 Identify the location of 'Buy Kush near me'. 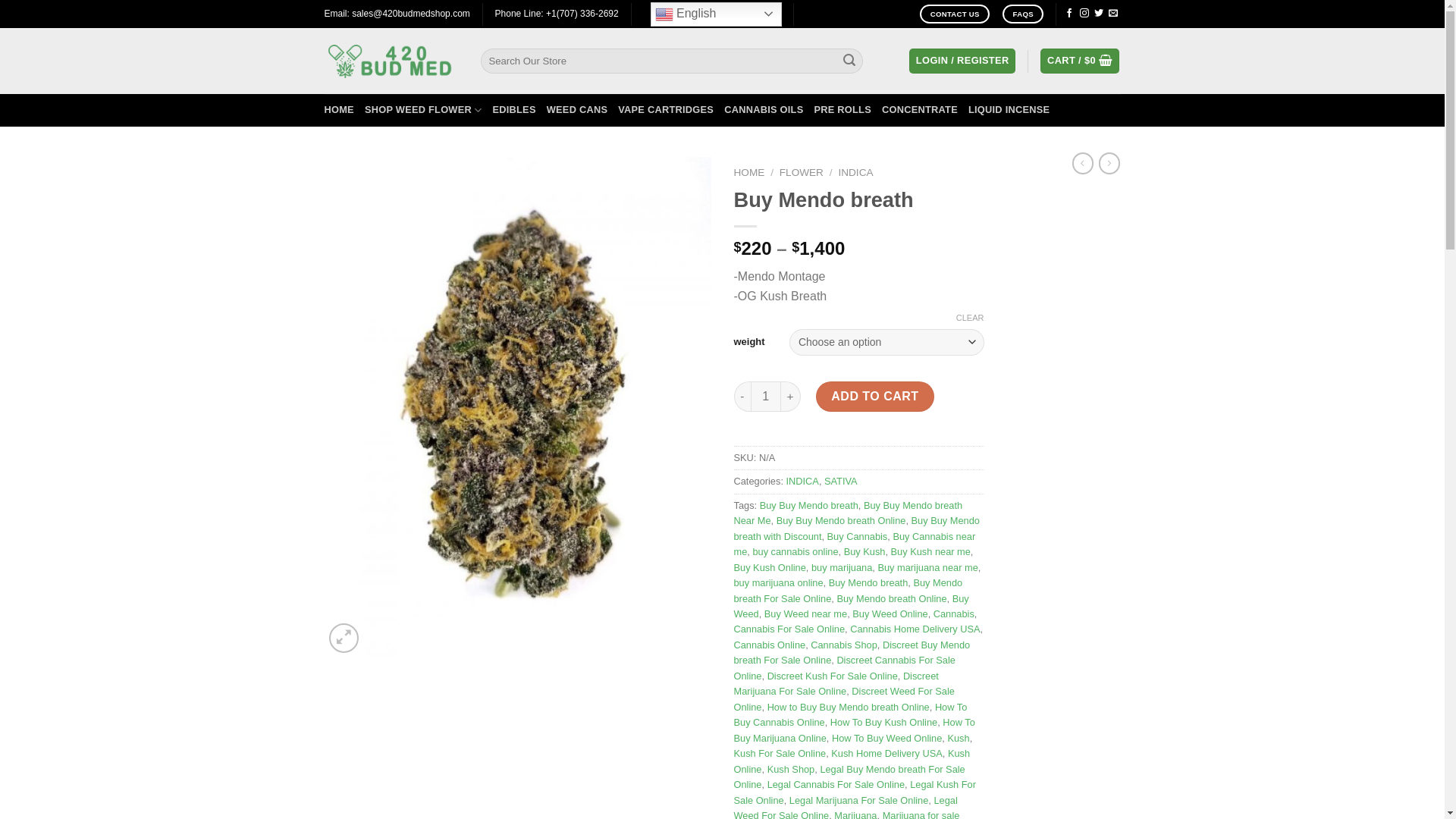
(930, 551).